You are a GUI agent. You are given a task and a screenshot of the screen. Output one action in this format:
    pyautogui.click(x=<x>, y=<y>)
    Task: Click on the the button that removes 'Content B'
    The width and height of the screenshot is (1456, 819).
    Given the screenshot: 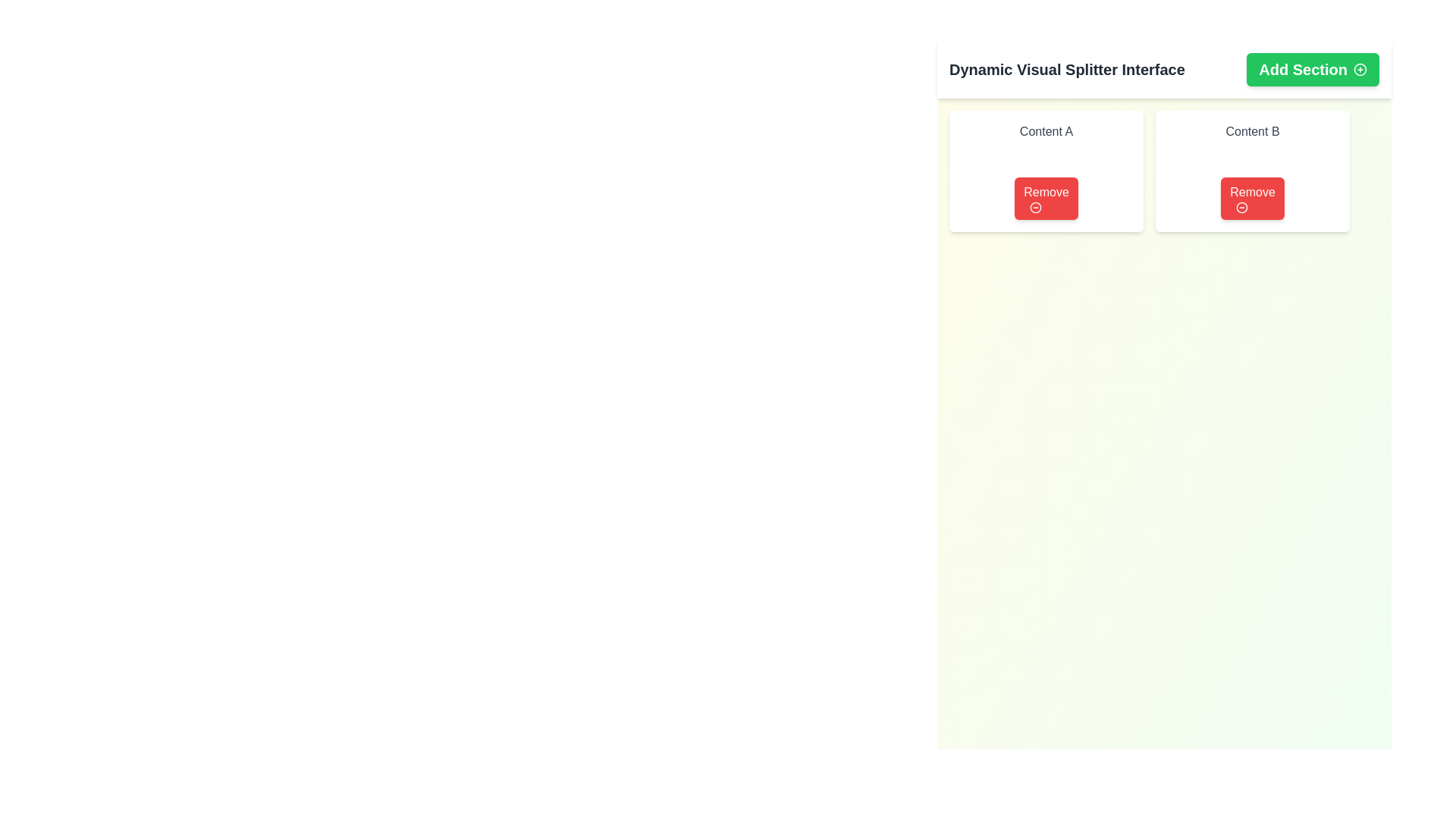 What is the action you would take?
    pyautogui.click(x=1252, y=198)
    